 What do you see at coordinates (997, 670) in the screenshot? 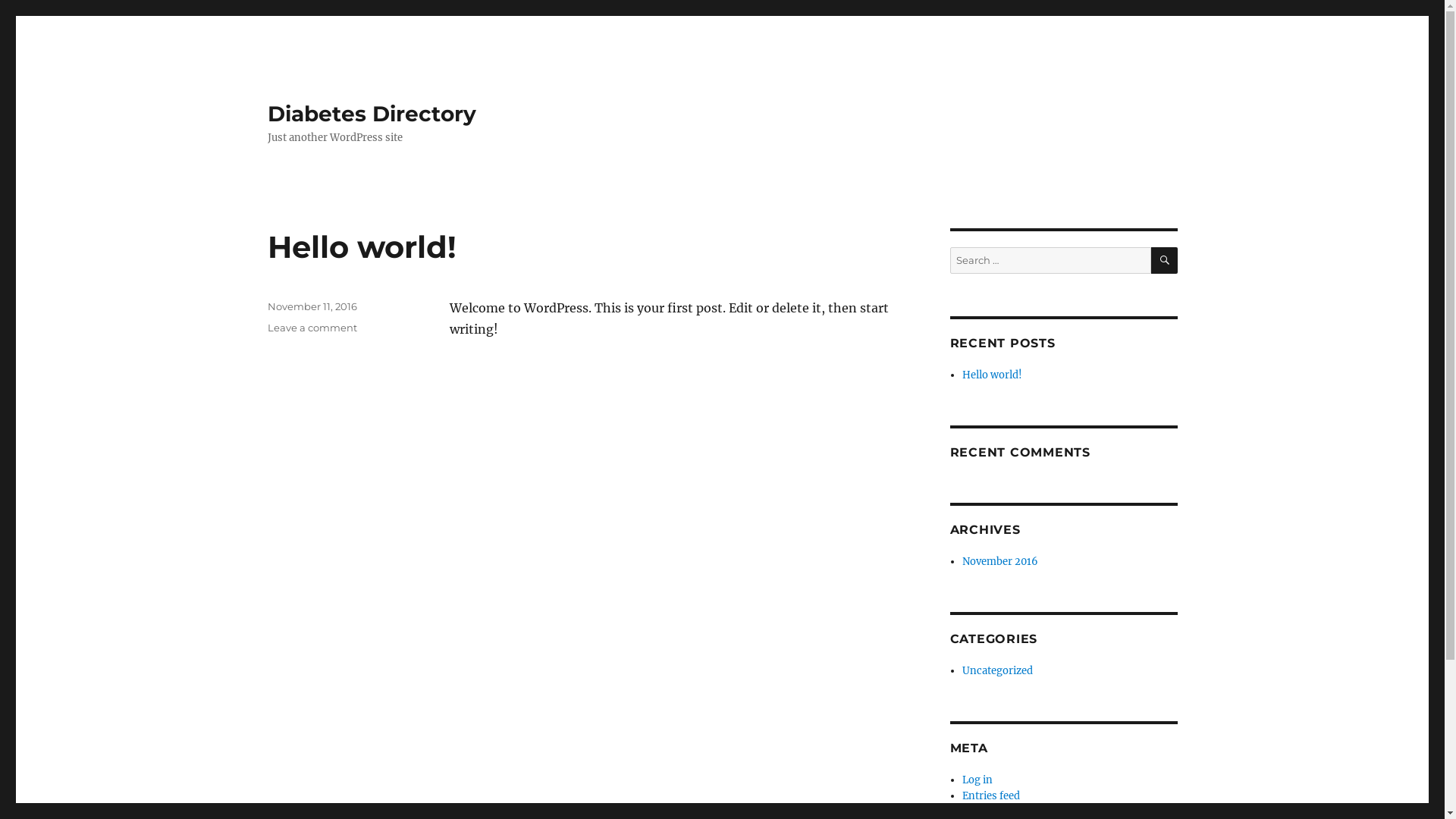
I see `'Uncategorized'` at bounding box center [997, 670].